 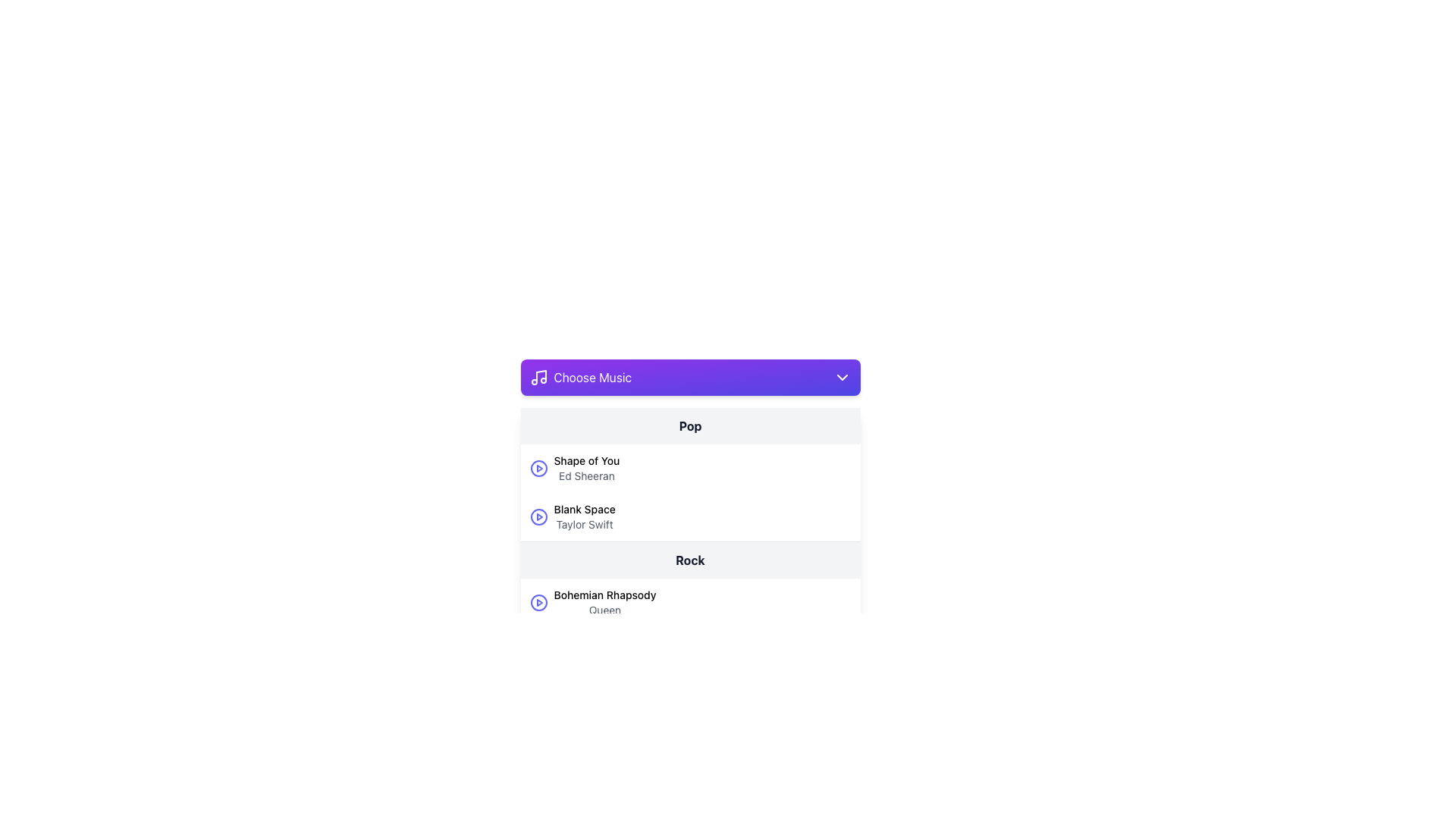 What do you see at coordinates (584, 516) in the screenshot?
I see `the Text Label displaying the song title 'Blank Space' by 'Taylor Swift', located in the second row under the 'Pop' section in the music selection interface` at bounding box center [584, 516].